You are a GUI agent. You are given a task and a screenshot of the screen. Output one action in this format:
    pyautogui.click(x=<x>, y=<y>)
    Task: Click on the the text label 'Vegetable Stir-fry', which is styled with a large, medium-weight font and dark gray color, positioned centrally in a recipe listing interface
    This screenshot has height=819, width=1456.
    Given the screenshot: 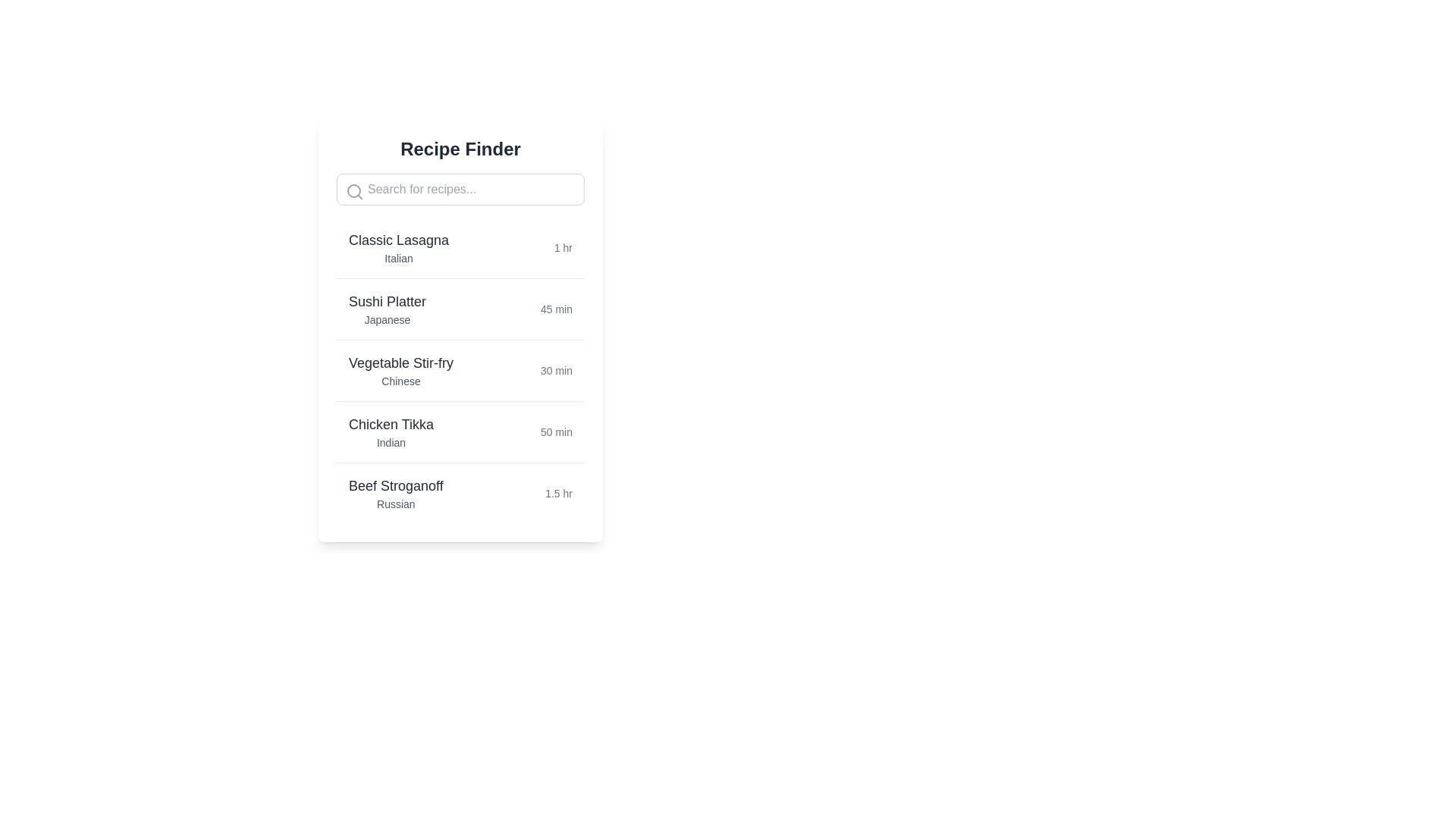 What is the action you would take?
    pyautogui.click(x=400, y=362)
    